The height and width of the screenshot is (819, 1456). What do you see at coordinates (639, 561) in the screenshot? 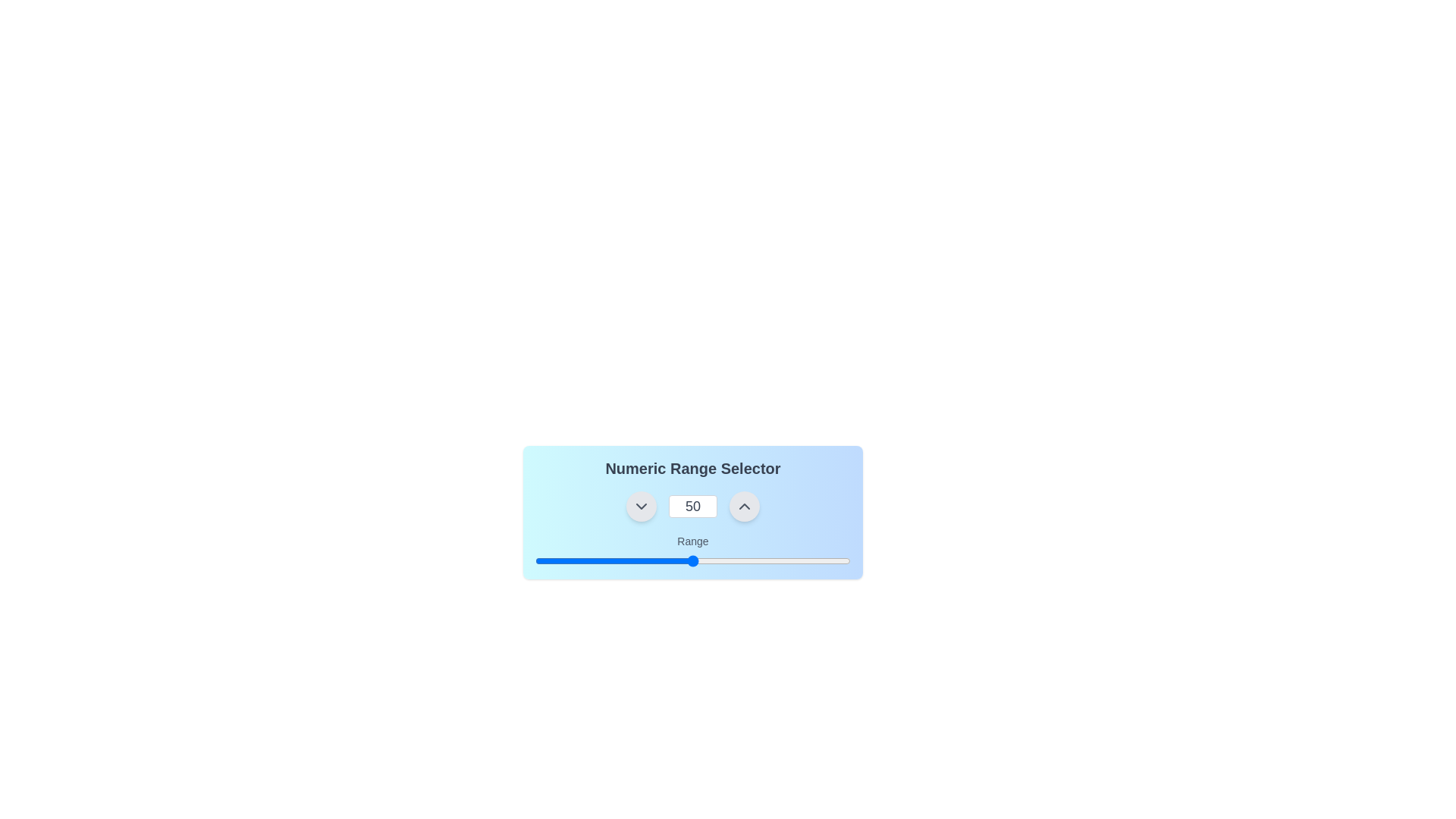
I see `the slider` at bounding box center [639, 561].